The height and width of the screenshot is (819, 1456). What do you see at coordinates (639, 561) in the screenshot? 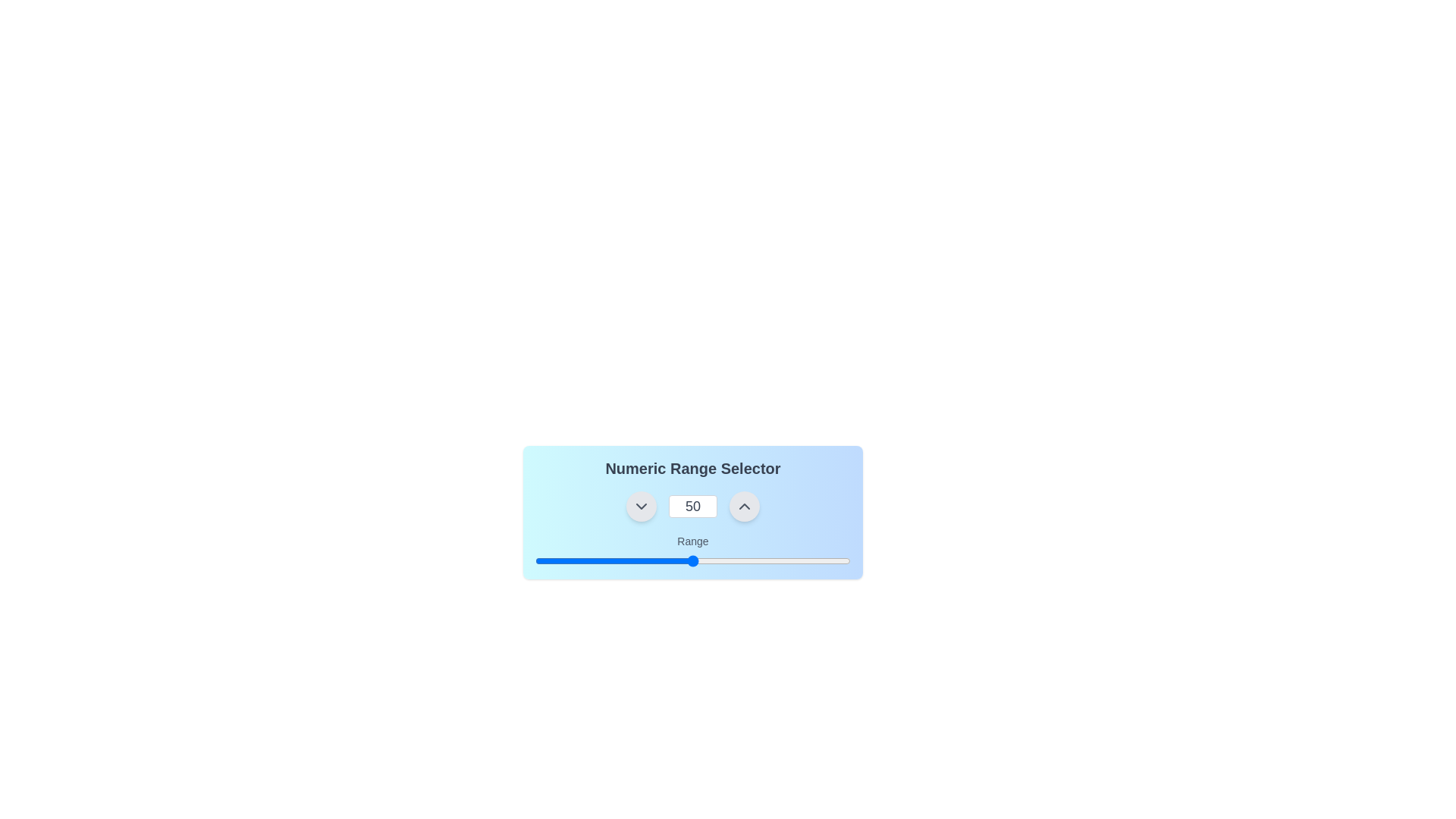
I see `the slider` at bounding box center [639, 561].